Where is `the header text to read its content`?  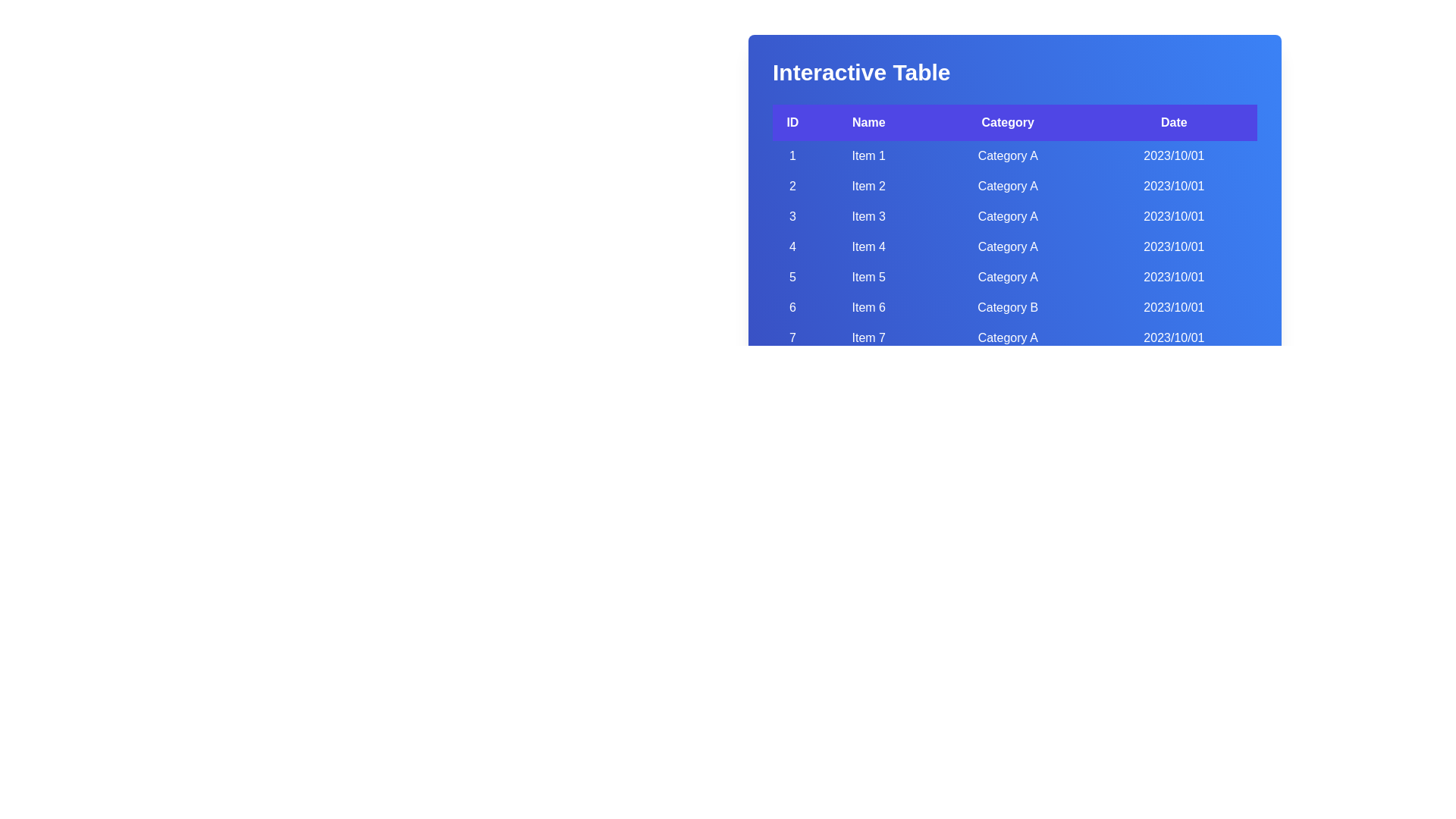 the header text to read its content is located at coordinates (861, 73).